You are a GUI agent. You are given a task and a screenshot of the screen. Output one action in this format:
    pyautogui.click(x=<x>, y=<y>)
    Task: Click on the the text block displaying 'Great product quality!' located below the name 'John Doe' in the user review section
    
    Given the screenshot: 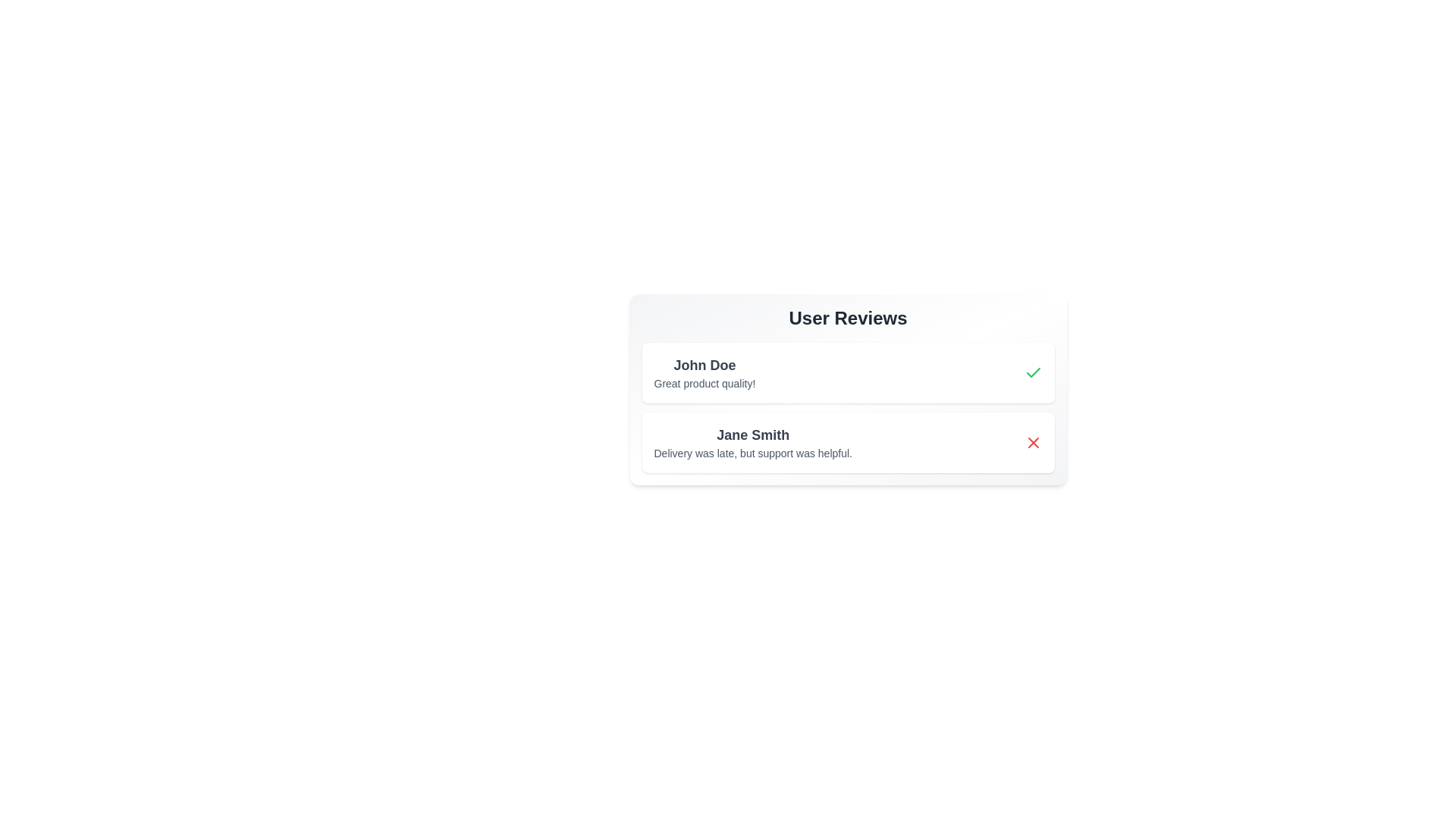 What is the action you would take?
    pyautogui.click(x=704, y=382)
    